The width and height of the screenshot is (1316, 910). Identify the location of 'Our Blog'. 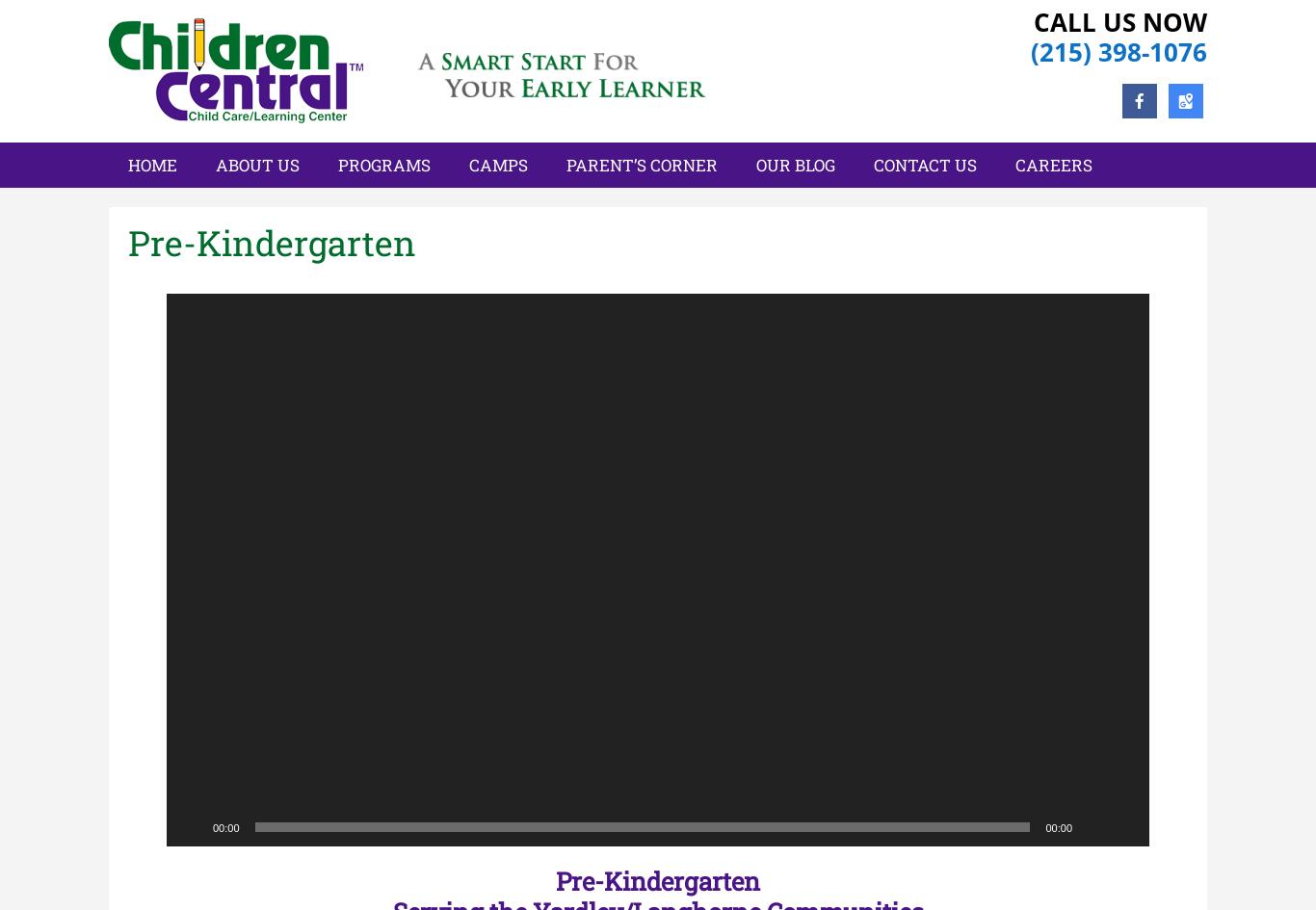
(795, 165).